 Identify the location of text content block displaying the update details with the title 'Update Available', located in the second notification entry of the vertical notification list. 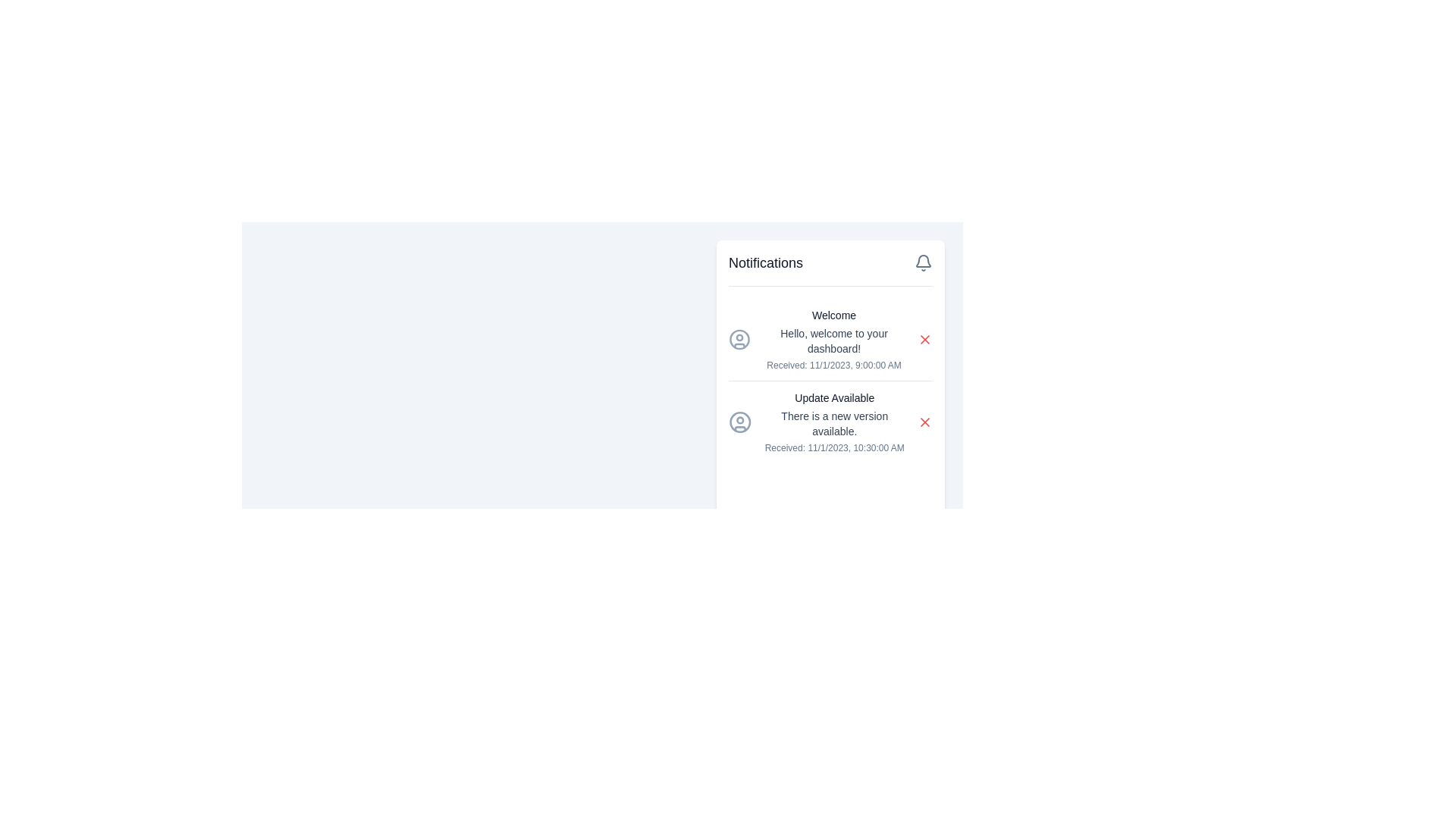
(833, 422).